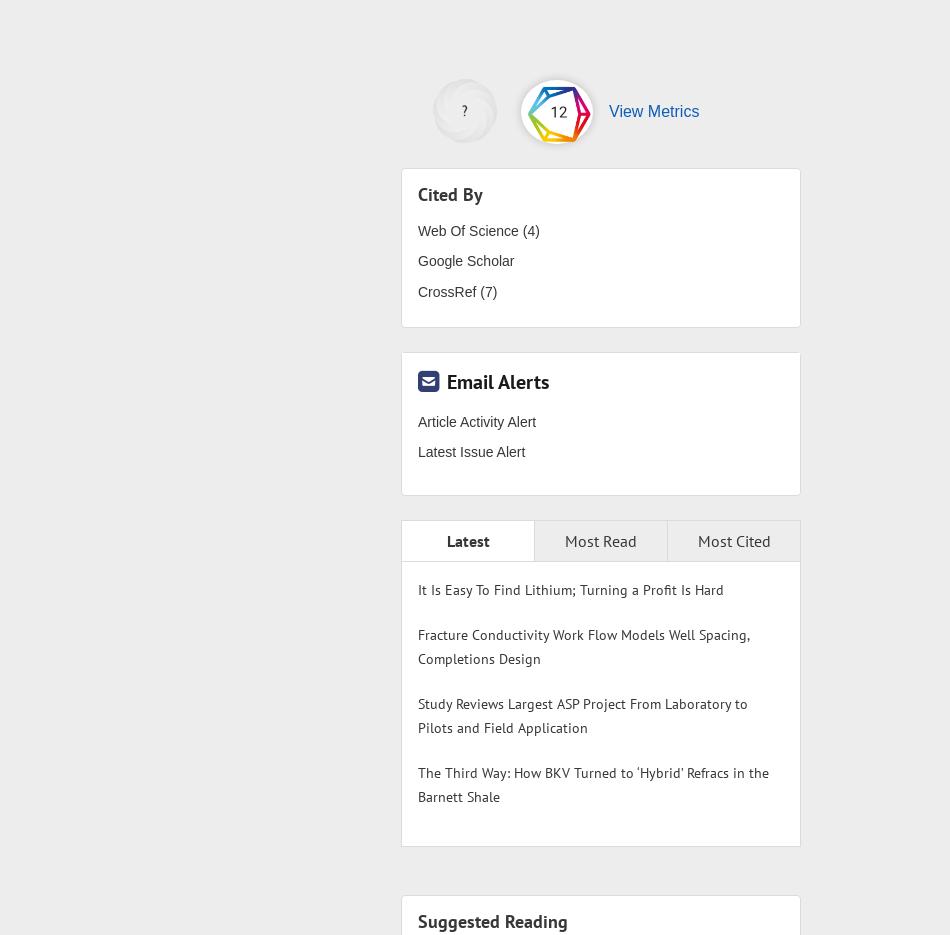 The width and height of the screenshot is (950, 935). I want to click on '12', so click(549, 109).